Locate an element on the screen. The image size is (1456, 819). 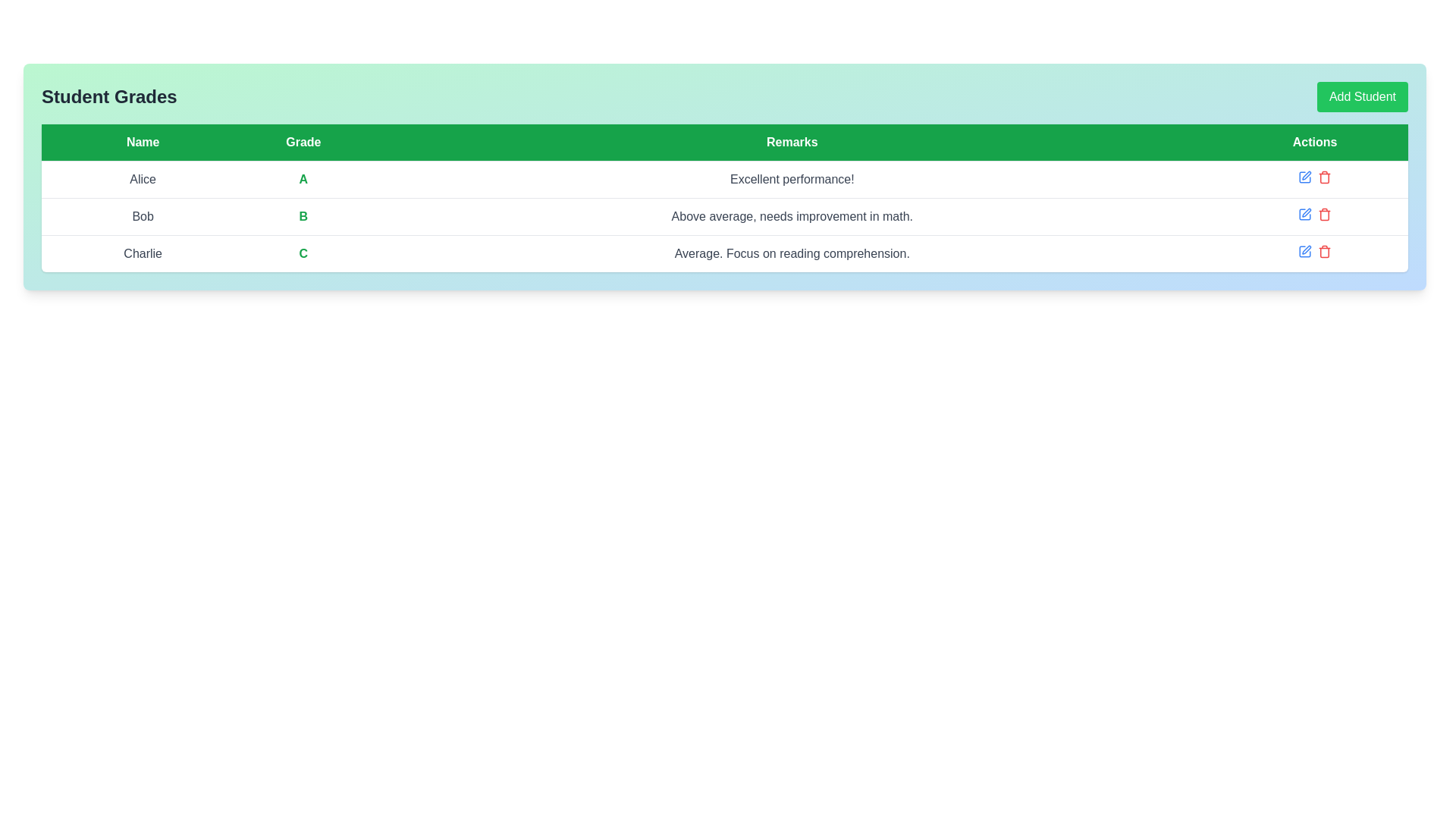
the bold, green-colored uppercase letter 'C' in the second cell of the grade column for the student 'Charlie' in the table is located at coordinates (303, 253).